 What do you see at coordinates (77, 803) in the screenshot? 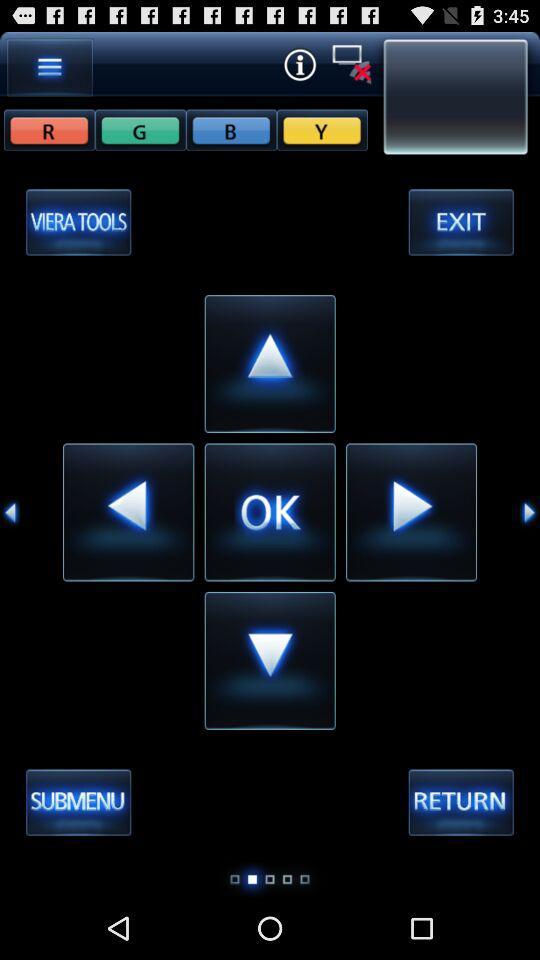
I see `submenu` at bounding box center [77, 803].